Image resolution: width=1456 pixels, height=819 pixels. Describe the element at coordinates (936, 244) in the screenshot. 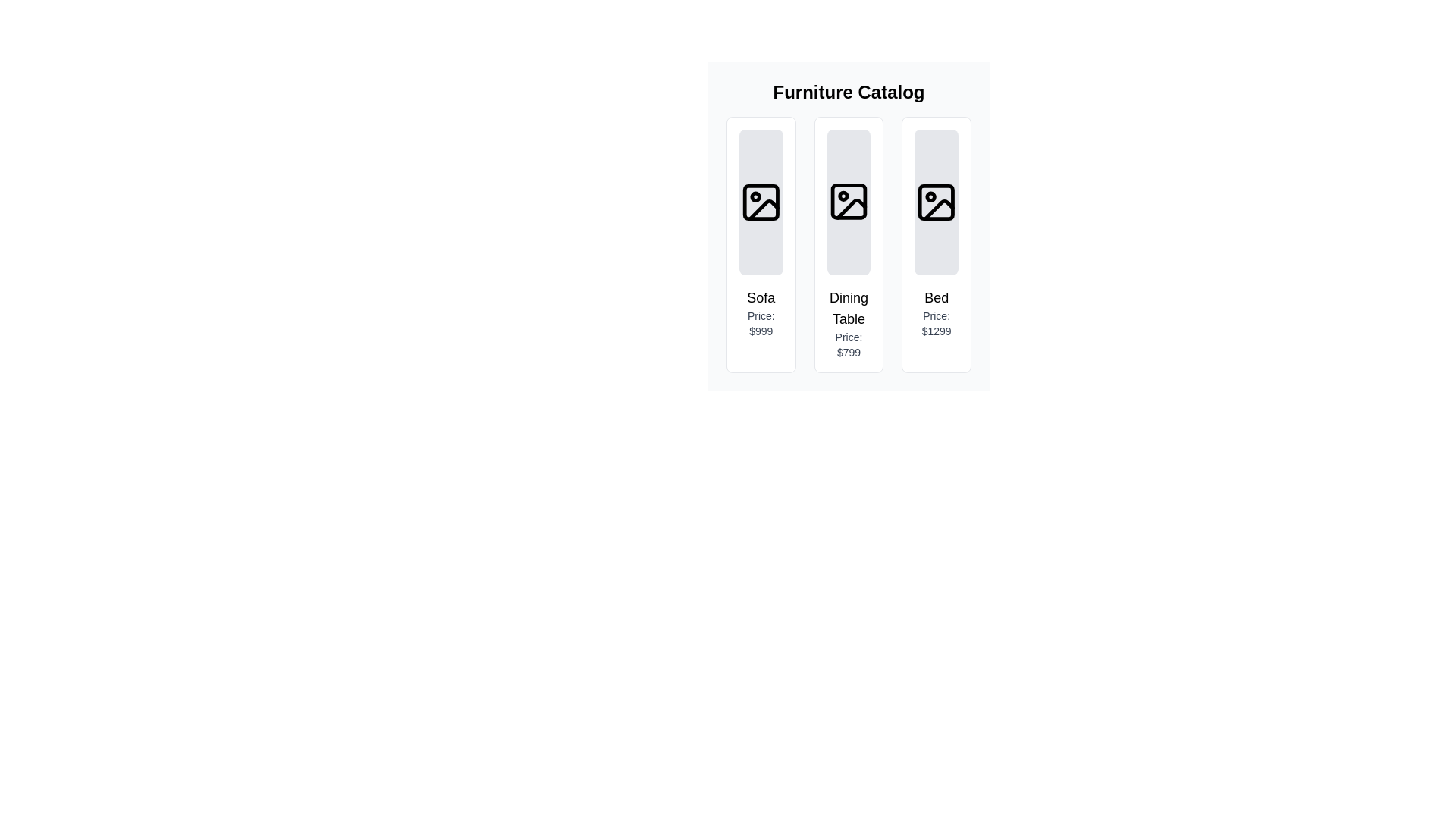

I see `the product catalog card for the 'Bed' priced at $1299, located at the rightmost position among three items` at that location.